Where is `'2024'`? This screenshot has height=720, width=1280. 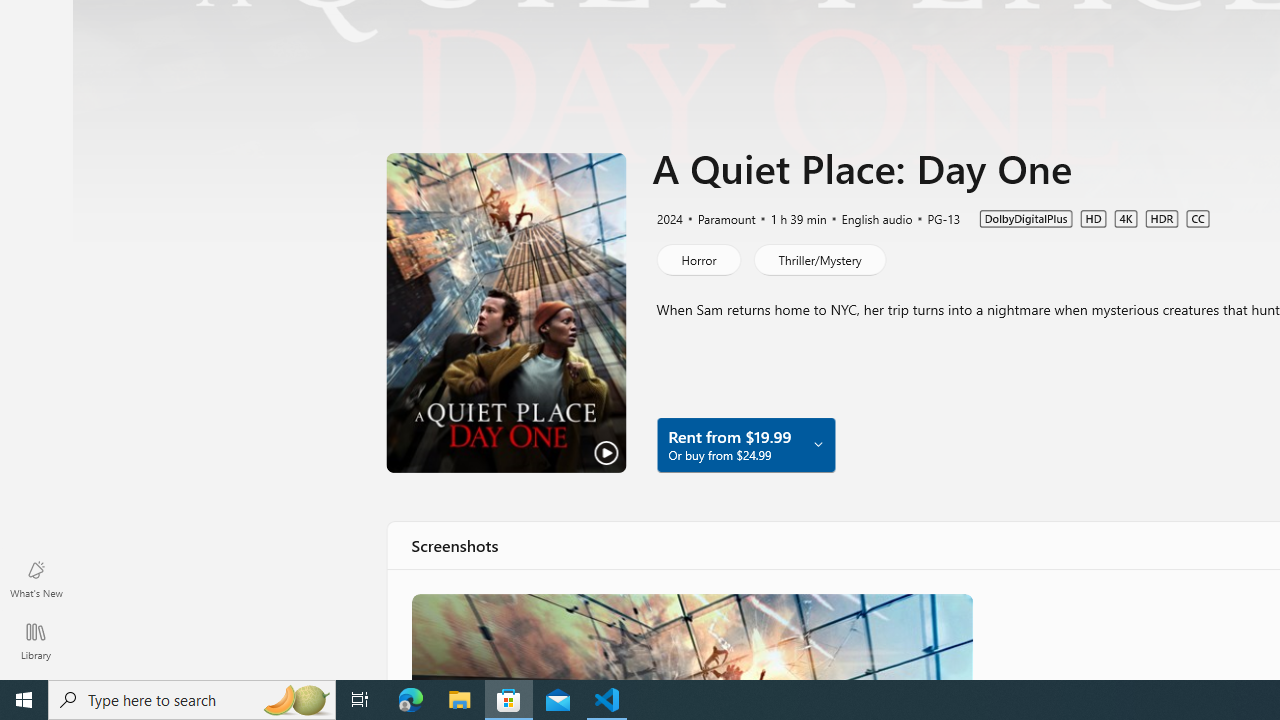
'2024' is located at coordinates (668, 218).